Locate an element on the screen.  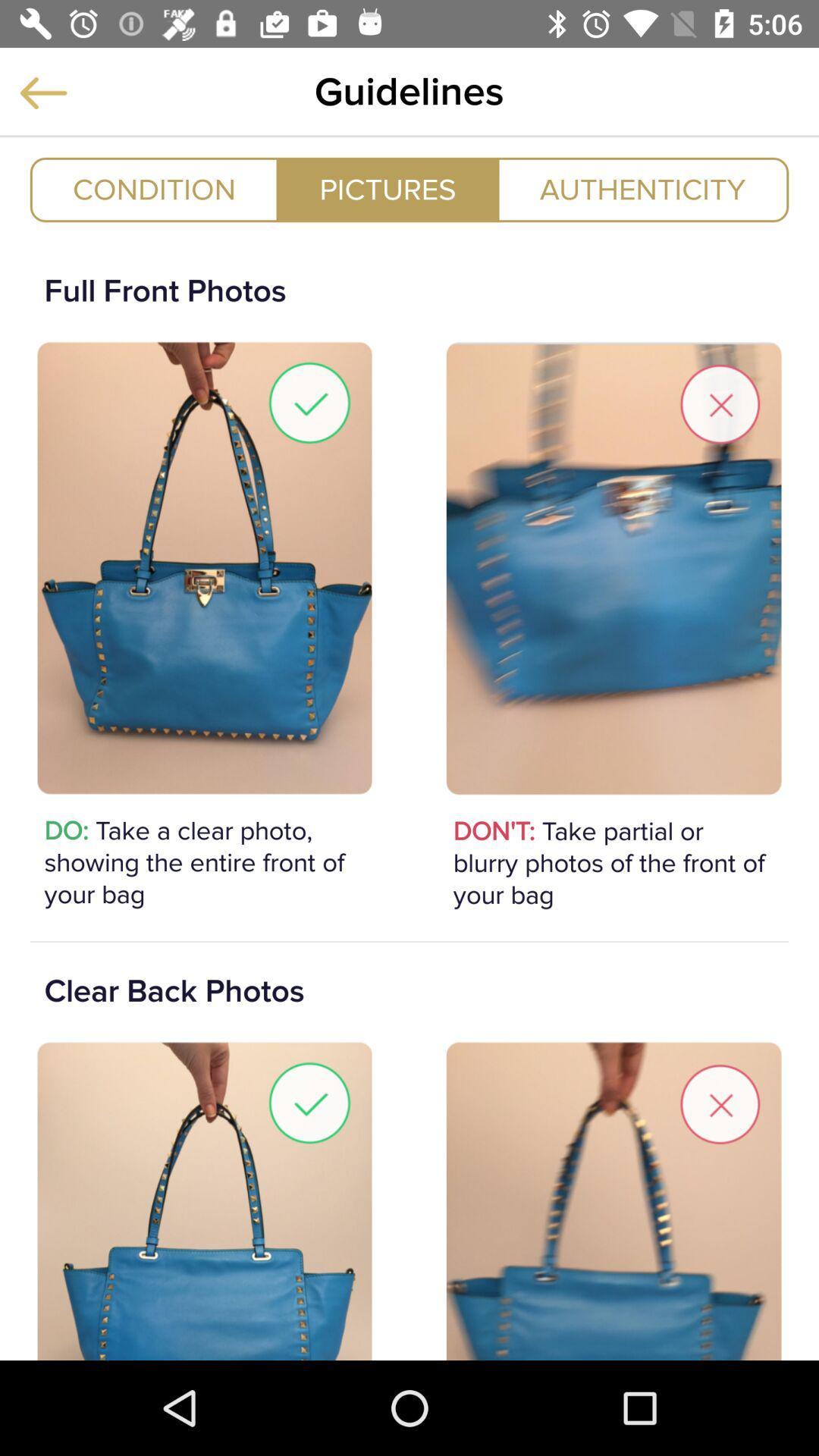
authenticity is located at coordinates (642, 189).